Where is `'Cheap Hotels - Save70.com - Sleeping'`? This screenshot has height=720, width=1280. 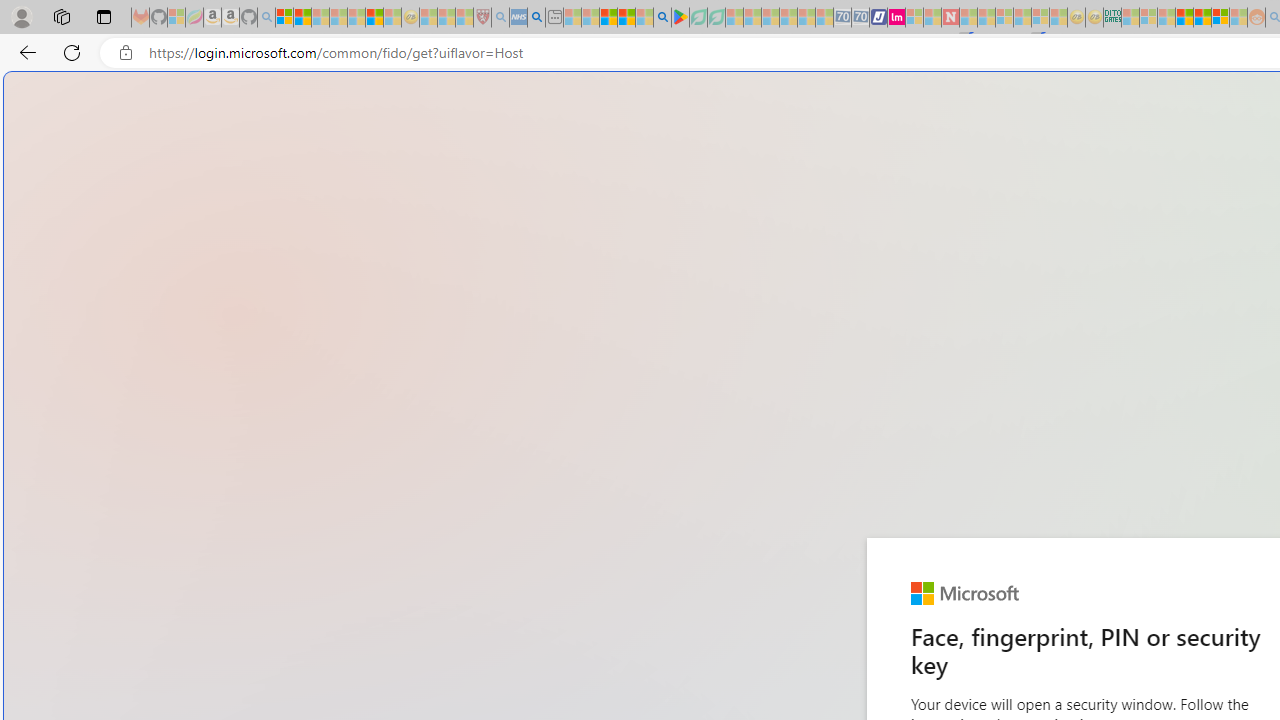 'Cheap Hotels - Save70.com - Sleeping' is located at coordinates (860, 17).